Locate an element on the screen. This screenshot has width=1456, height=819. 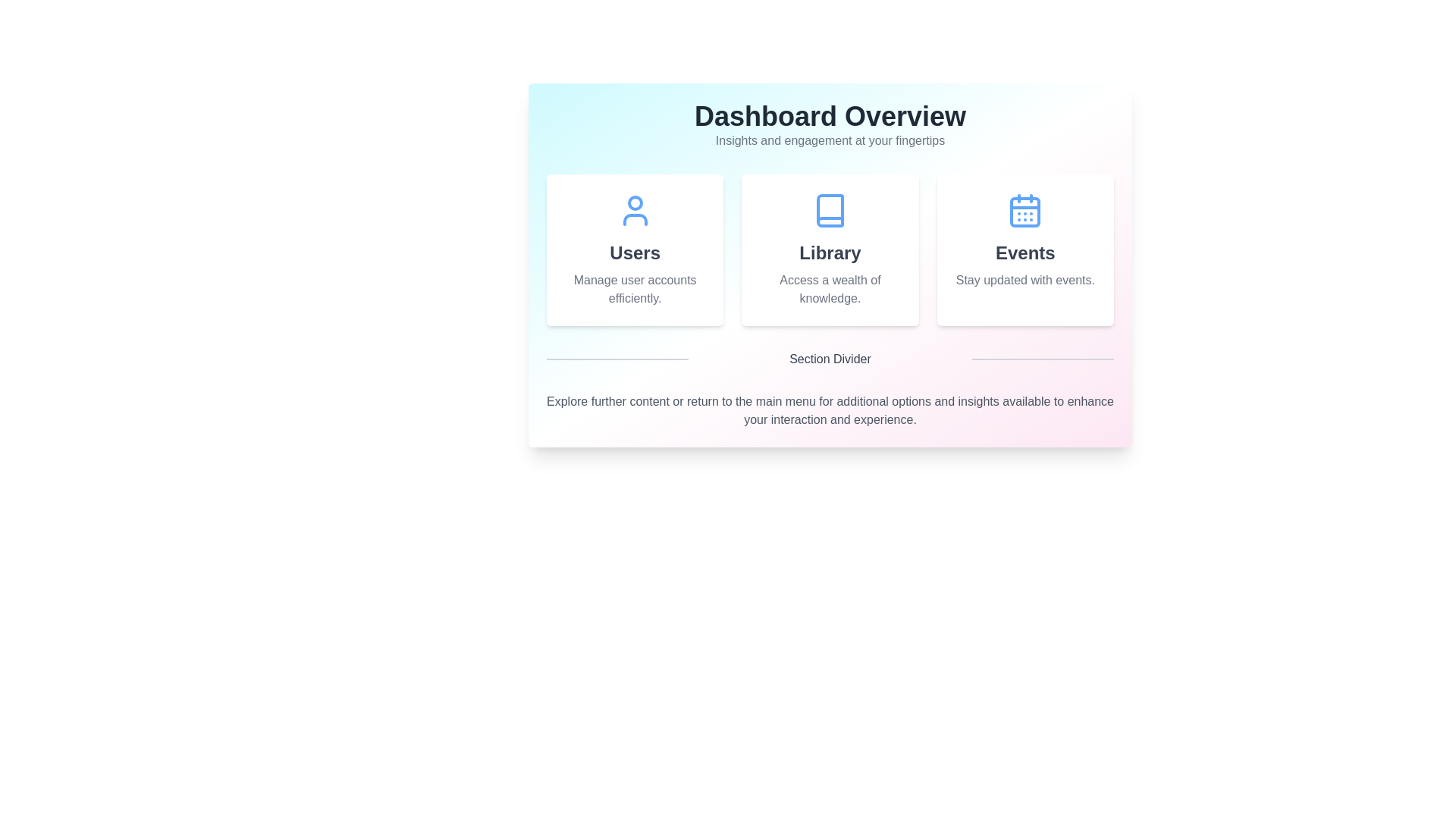
the user icon at the top-center of the 'Users' card, which is a blue outline styled with modern curves, located above the text 'Users' is located at coordinates (635, 210).